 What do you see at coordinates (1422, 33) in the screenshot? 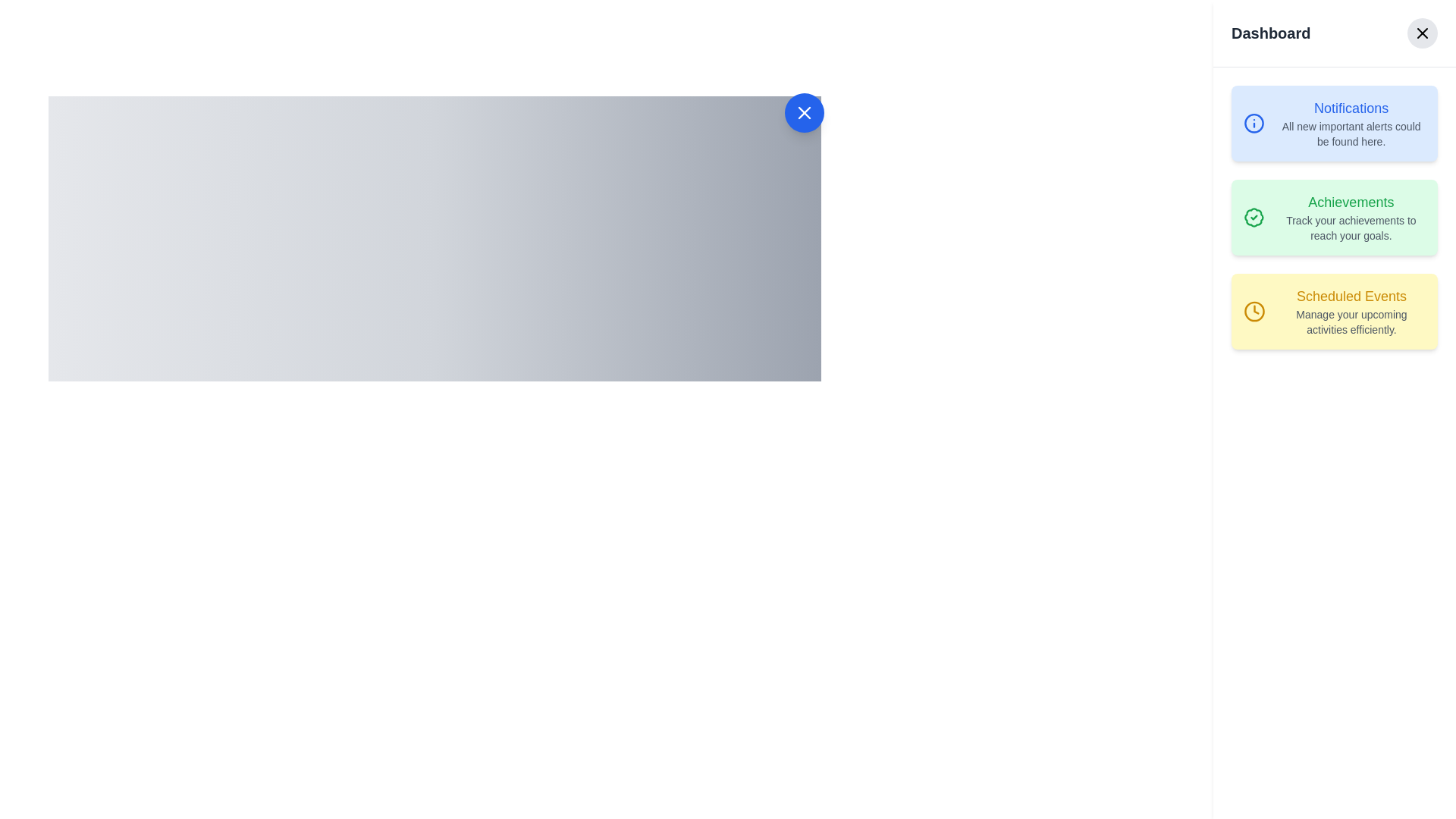
I see `the close icon located at the top-right corner of the dashboard interface, which is nested within a circular button that has a gray background` at bounding box center [1422, 33].